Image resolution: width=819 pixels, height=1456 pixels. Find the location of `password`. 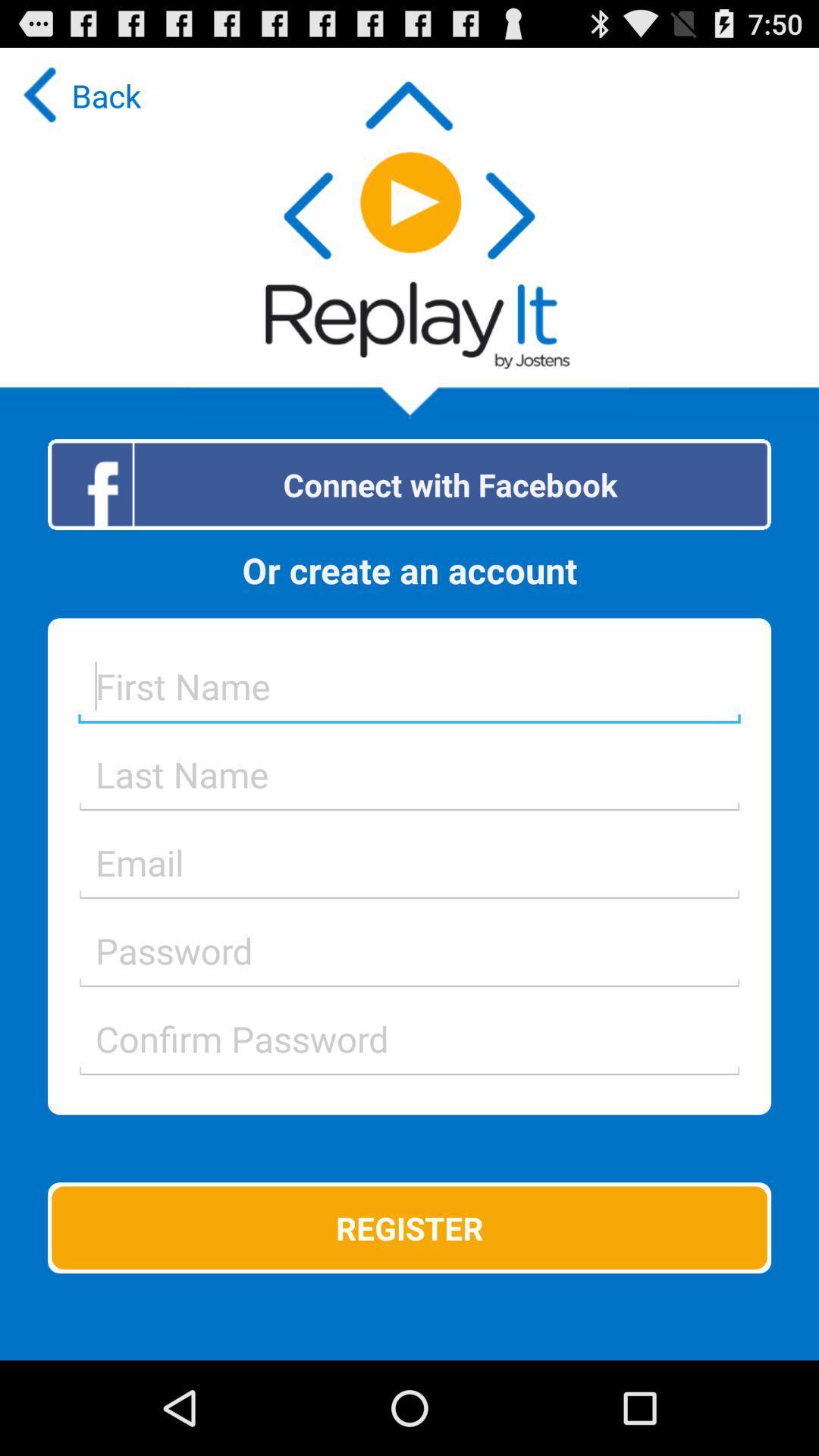

password is located at coordinates (409, 1037).